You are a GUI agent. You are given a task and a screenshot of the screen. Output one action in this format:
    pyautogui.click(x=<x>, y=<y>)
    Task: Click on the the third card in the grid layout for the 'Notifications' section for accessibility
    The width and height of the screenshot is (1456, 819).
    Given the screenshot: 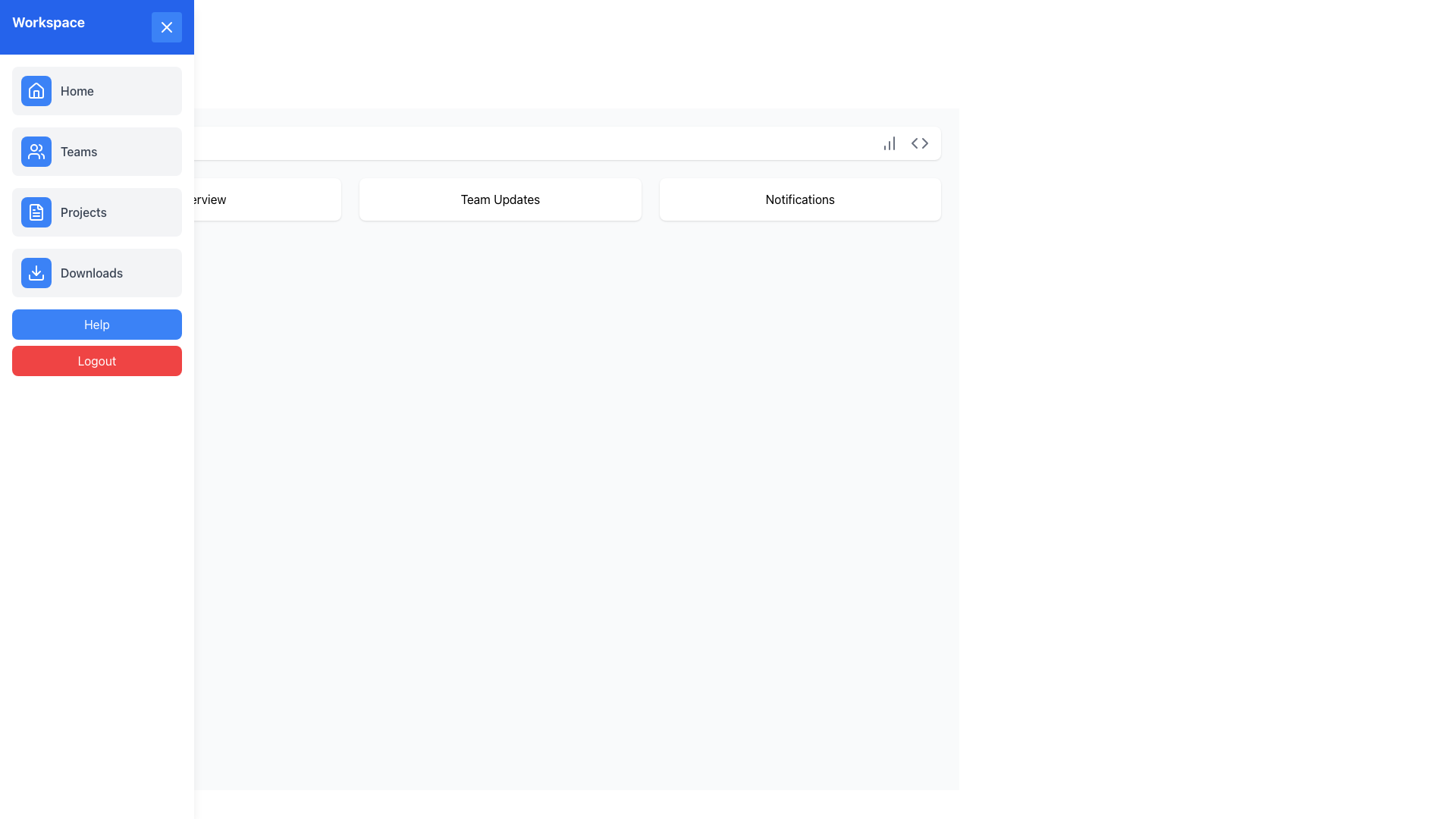 What is the action you would take?
    pyautogui.click(x=799, y=198)
    